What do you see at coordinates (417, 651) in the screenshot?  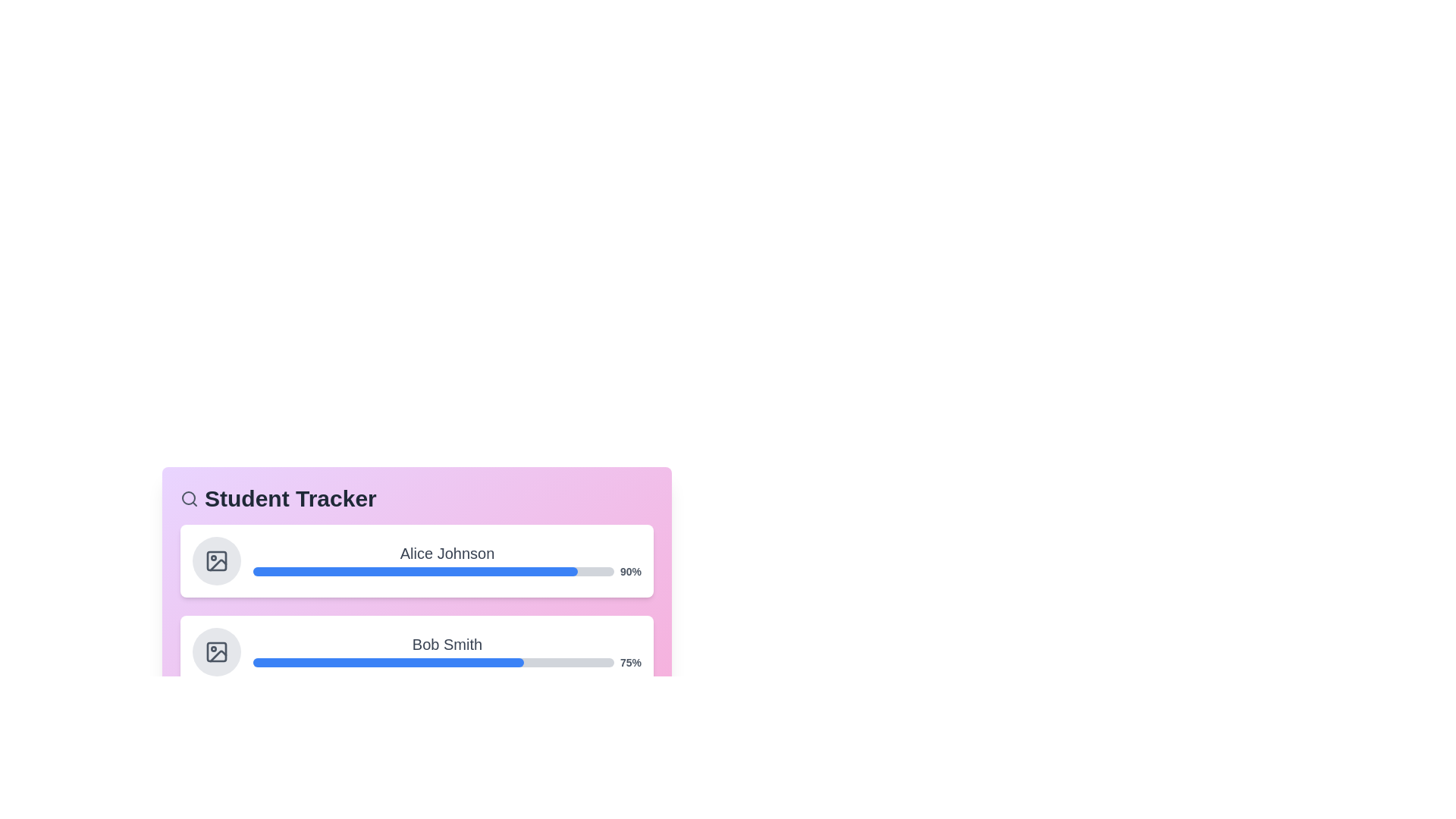 I see `the progress bar of Bob Smith to view their details` at bounding box center [417, 651].